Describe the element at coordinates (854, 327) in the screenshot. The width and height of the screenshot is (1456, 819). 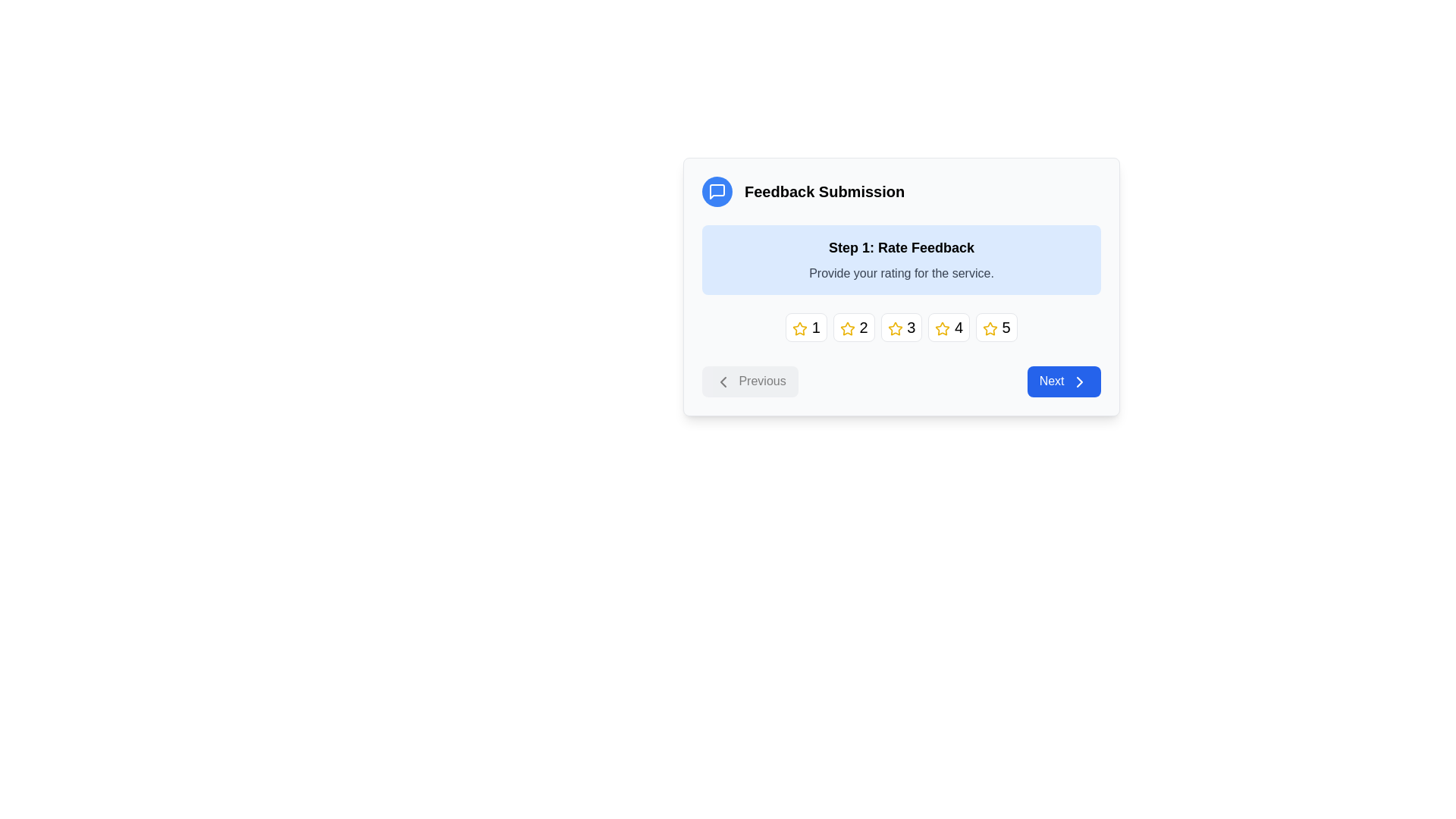
I see `the second rating button below 'Step 1: Rate Feedback' to register a score of two` at that location.